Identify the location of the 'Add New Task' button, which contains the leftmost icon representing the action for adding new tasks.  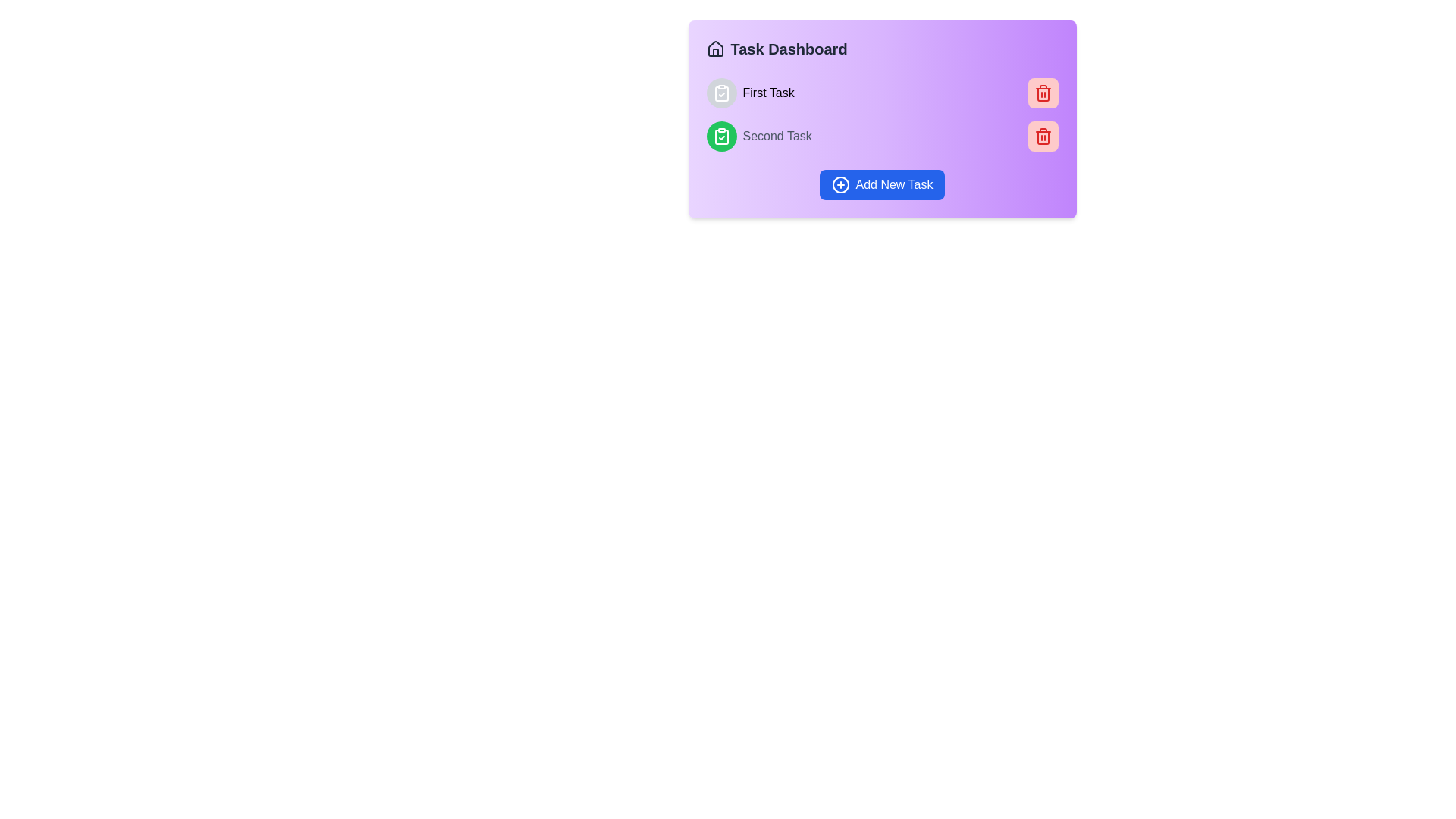
(839, 184).